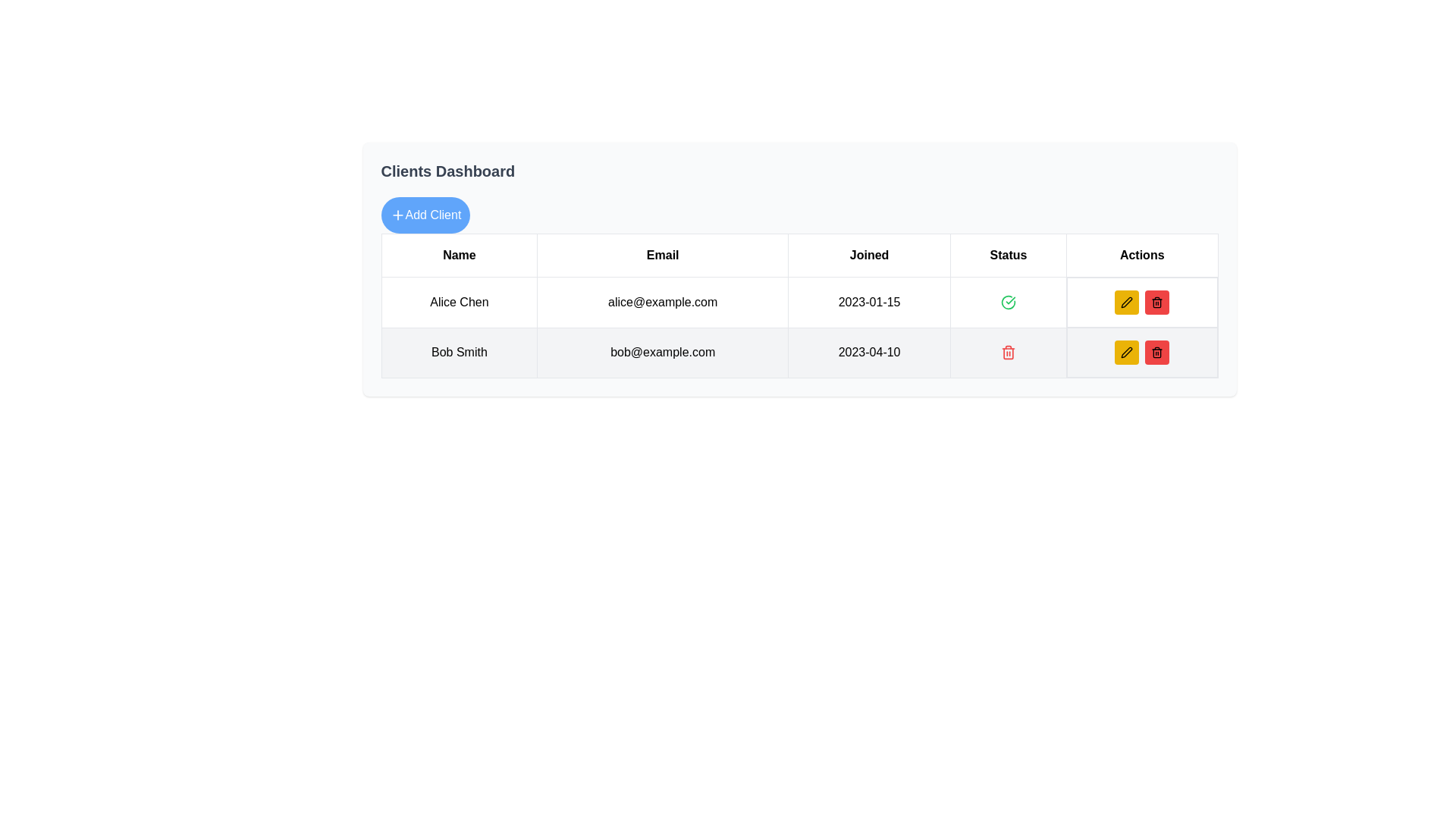  What do you see at coordinates (799, 353) in the screenshot?
I see `the buttons or icons in the second row of the table that contains the data for 'Bob Smith', 'bob@example.com', '2023-04-10'` at bounding box center [799, 353].